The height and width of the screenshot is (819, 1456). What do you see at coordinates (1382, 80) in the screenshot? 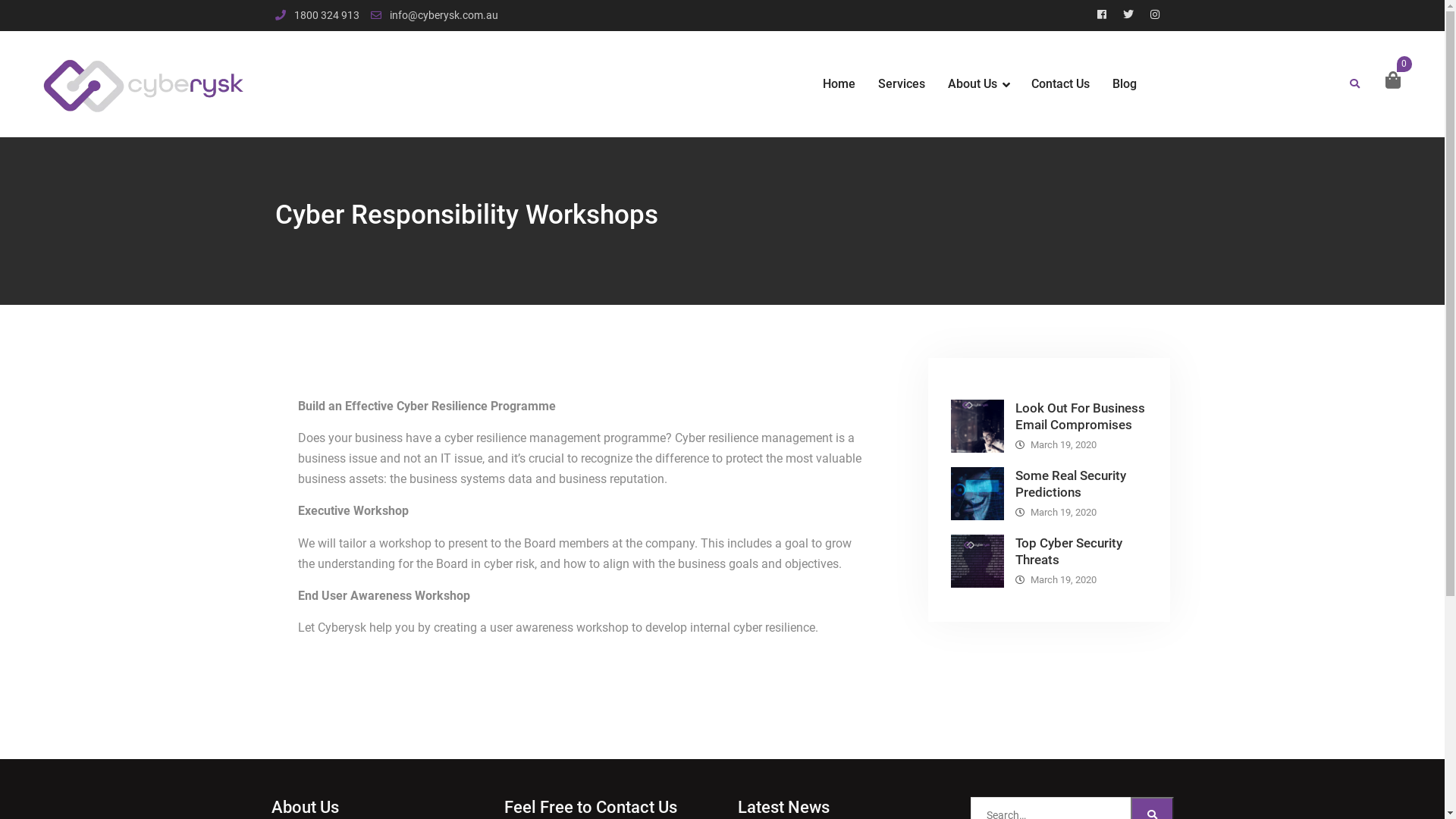
I see `'0'` at bounding box center [1382, 80].